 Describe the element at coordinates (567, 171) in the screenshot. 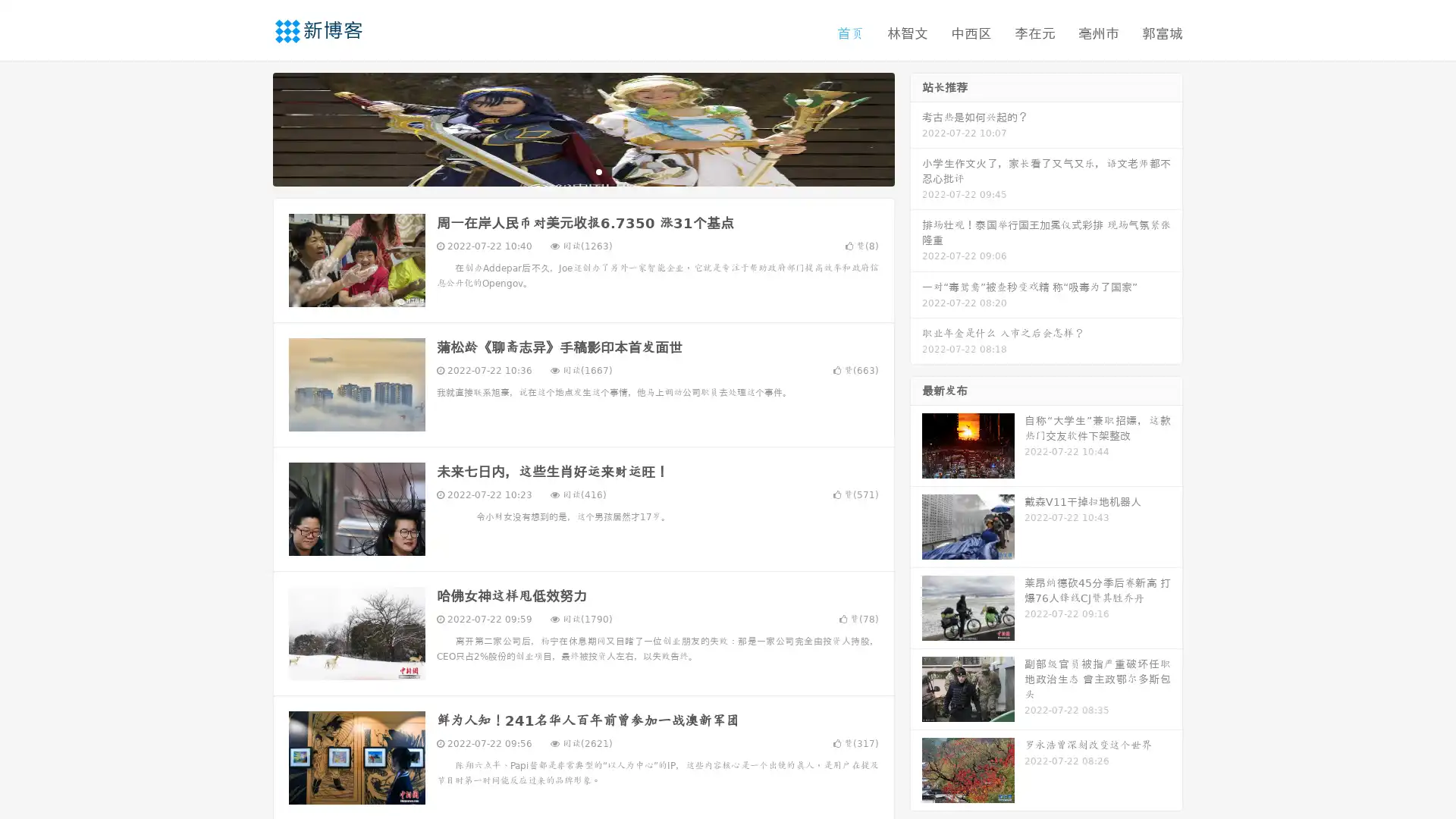

I see `Go to slide 1` at that location.